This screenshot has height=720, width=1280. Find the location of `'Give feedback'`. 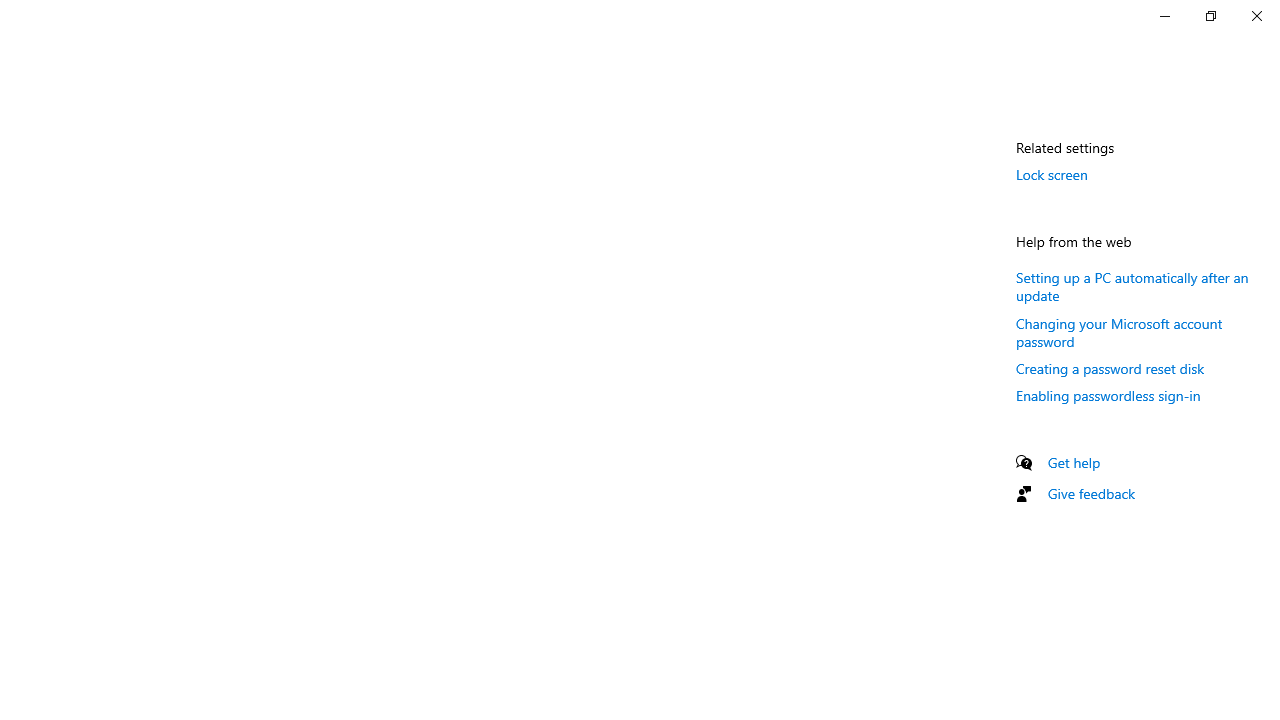

'Give feedback' is located at coordinates (1090, 493).